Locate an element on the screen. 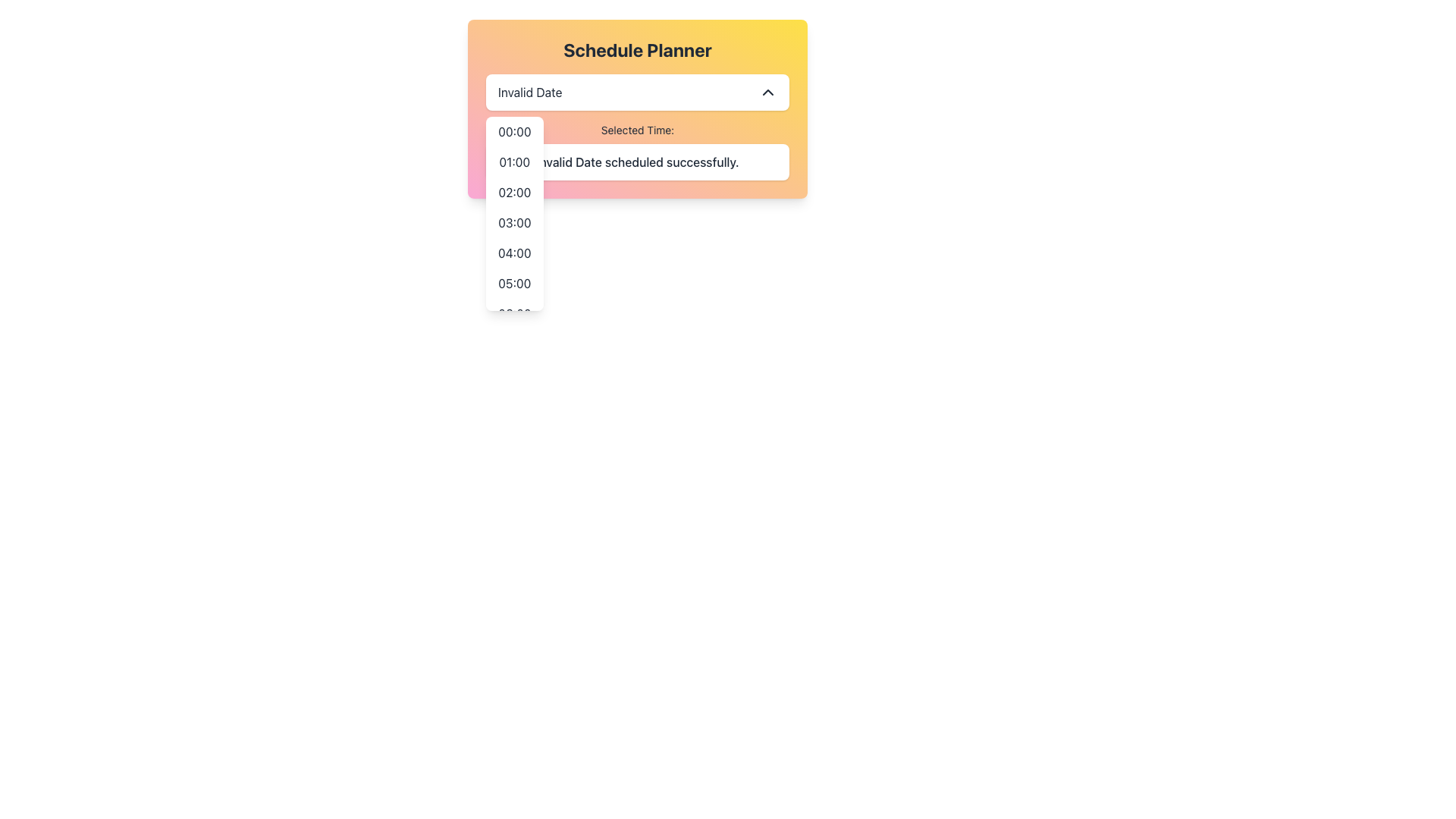  to select the time slot '05:00' from the sixth item in the vertical list of time slots in the scheduling interface is located at coordinates (514, 284).